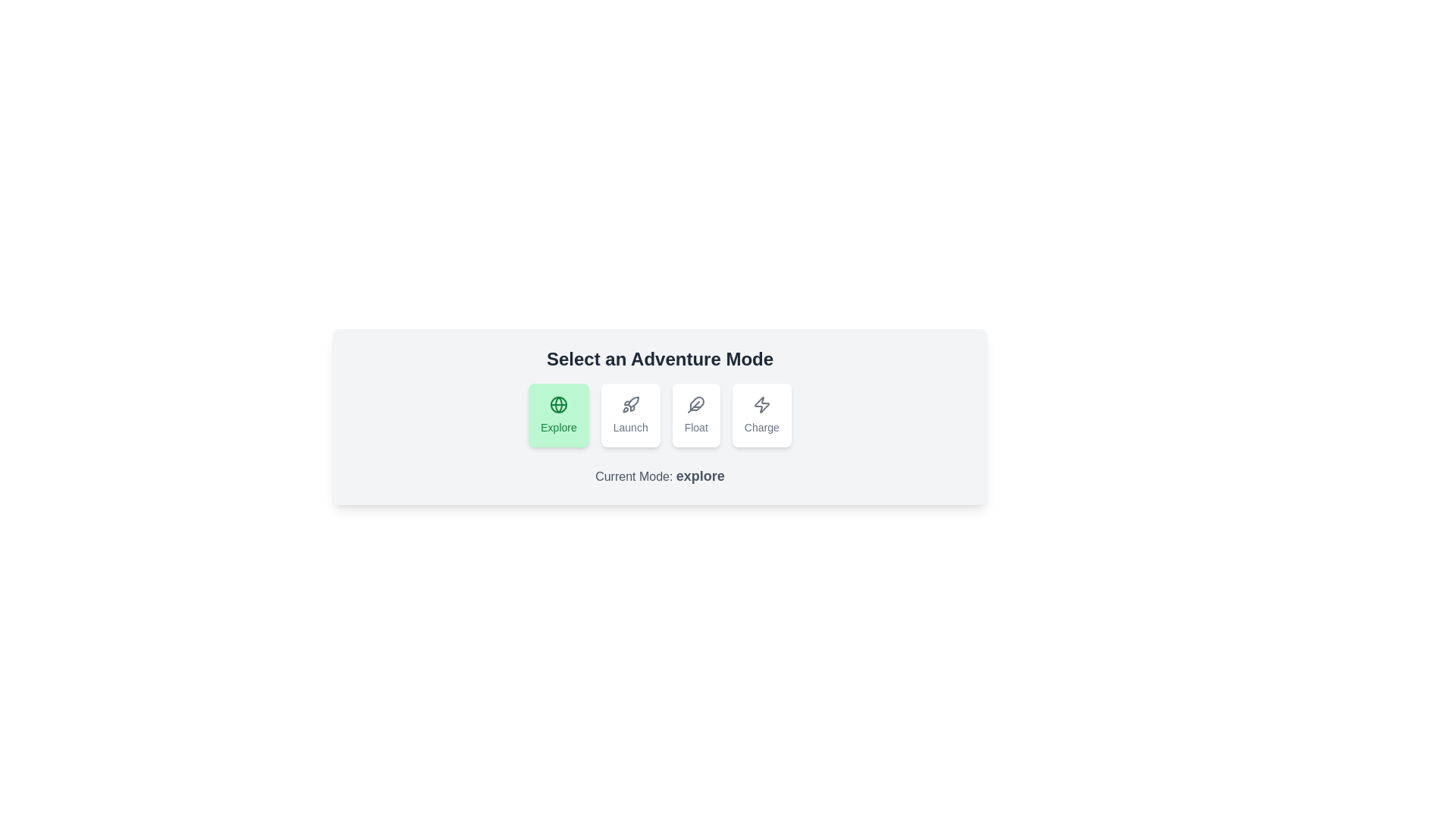 Image resolution: width=1456 pixels, height=819 pixels. Describe the element at coordinates (630, 415) in the screenshot. I see `the mode launch by clicking its respective button` at that location.